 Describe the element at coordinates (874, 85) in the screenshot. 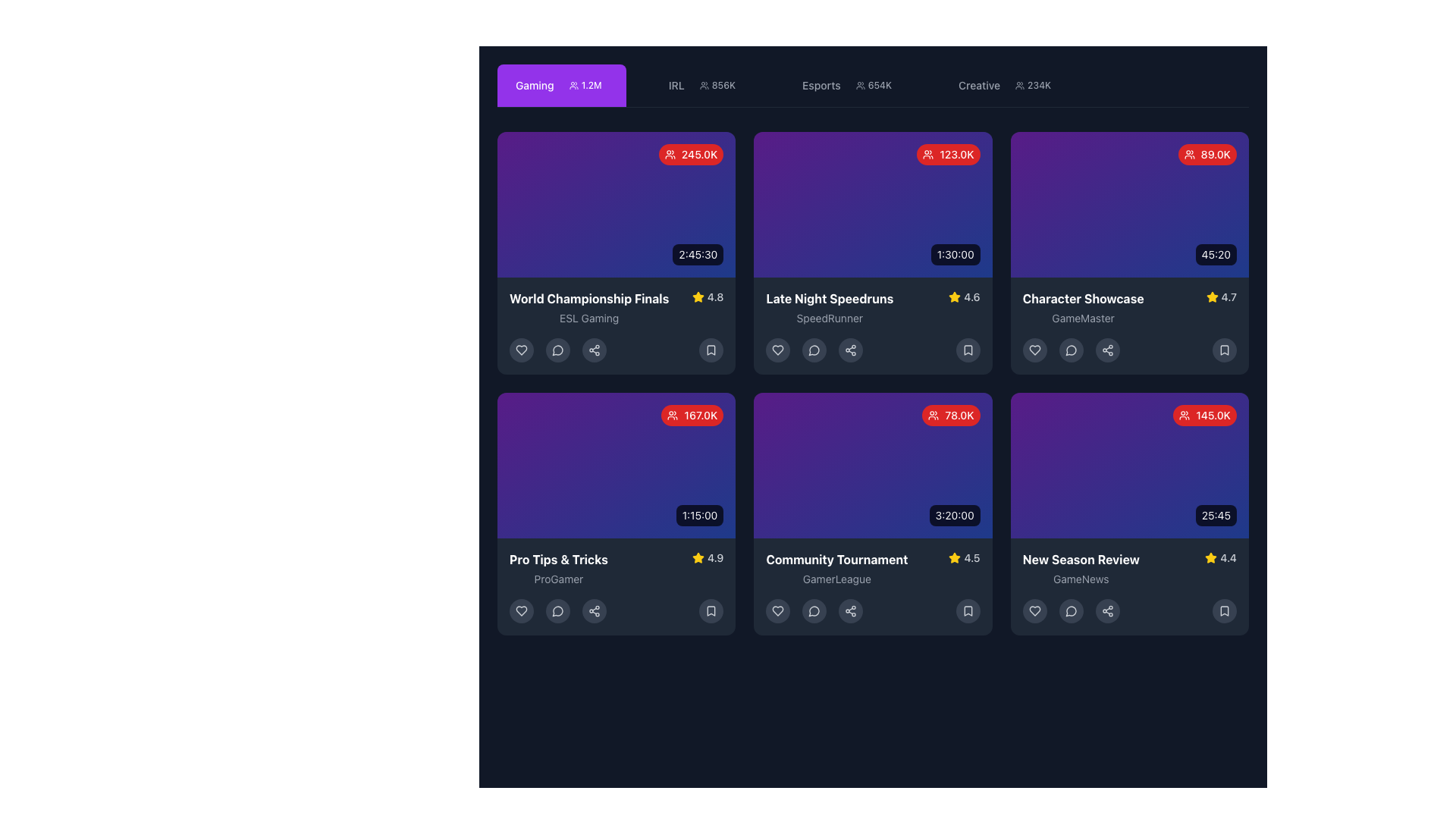

I see `the badge displaying '654K' with a group icon, located near the center of the top bar adjacent to the 'Esports' tab` at that location.